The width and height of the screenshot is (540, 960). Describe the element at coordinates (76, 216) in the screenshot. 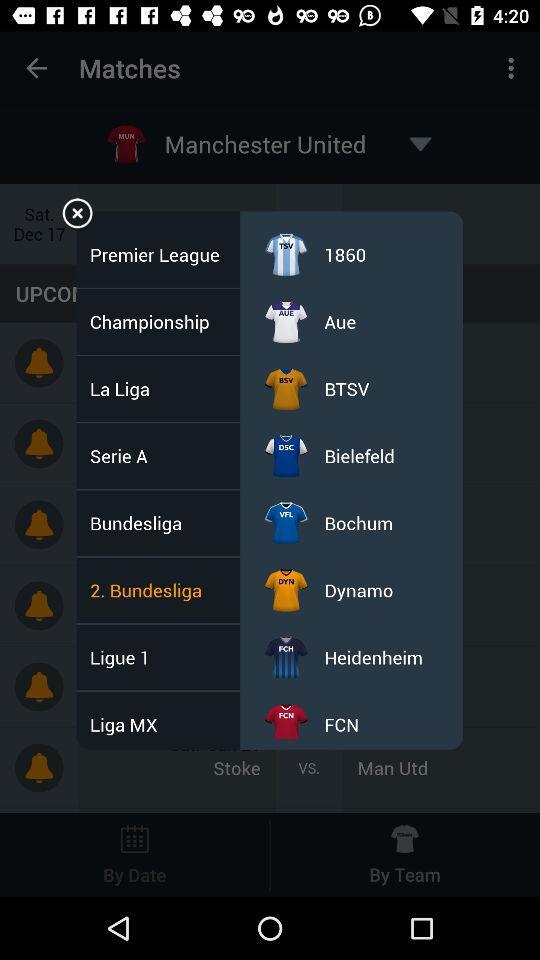

I see `exit` at that location.